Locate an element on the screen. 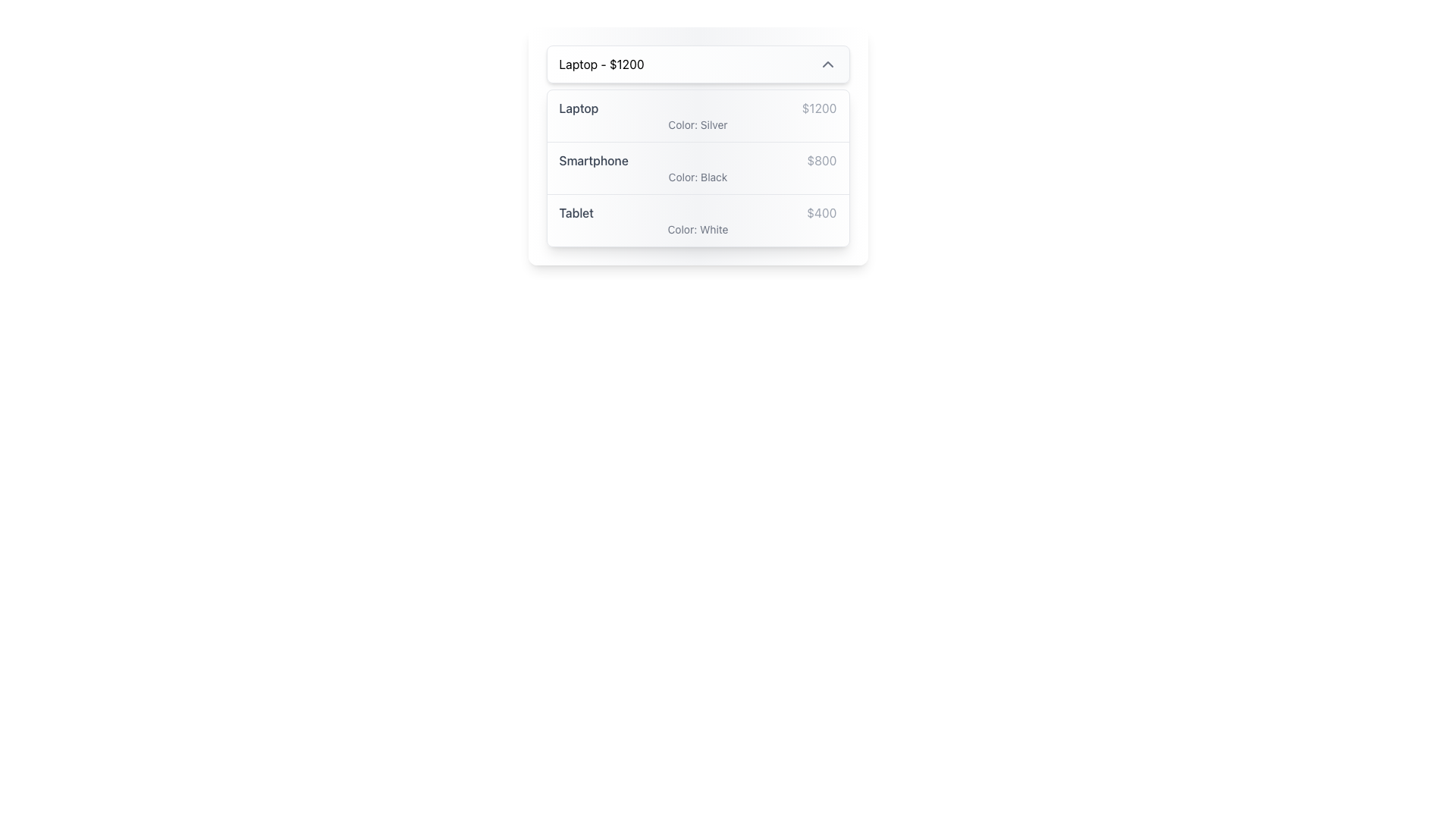  text element displaying 'Color: Black' located under the main item description 'Smartphone' and its price '$800' is located at coordinates (697, 177).